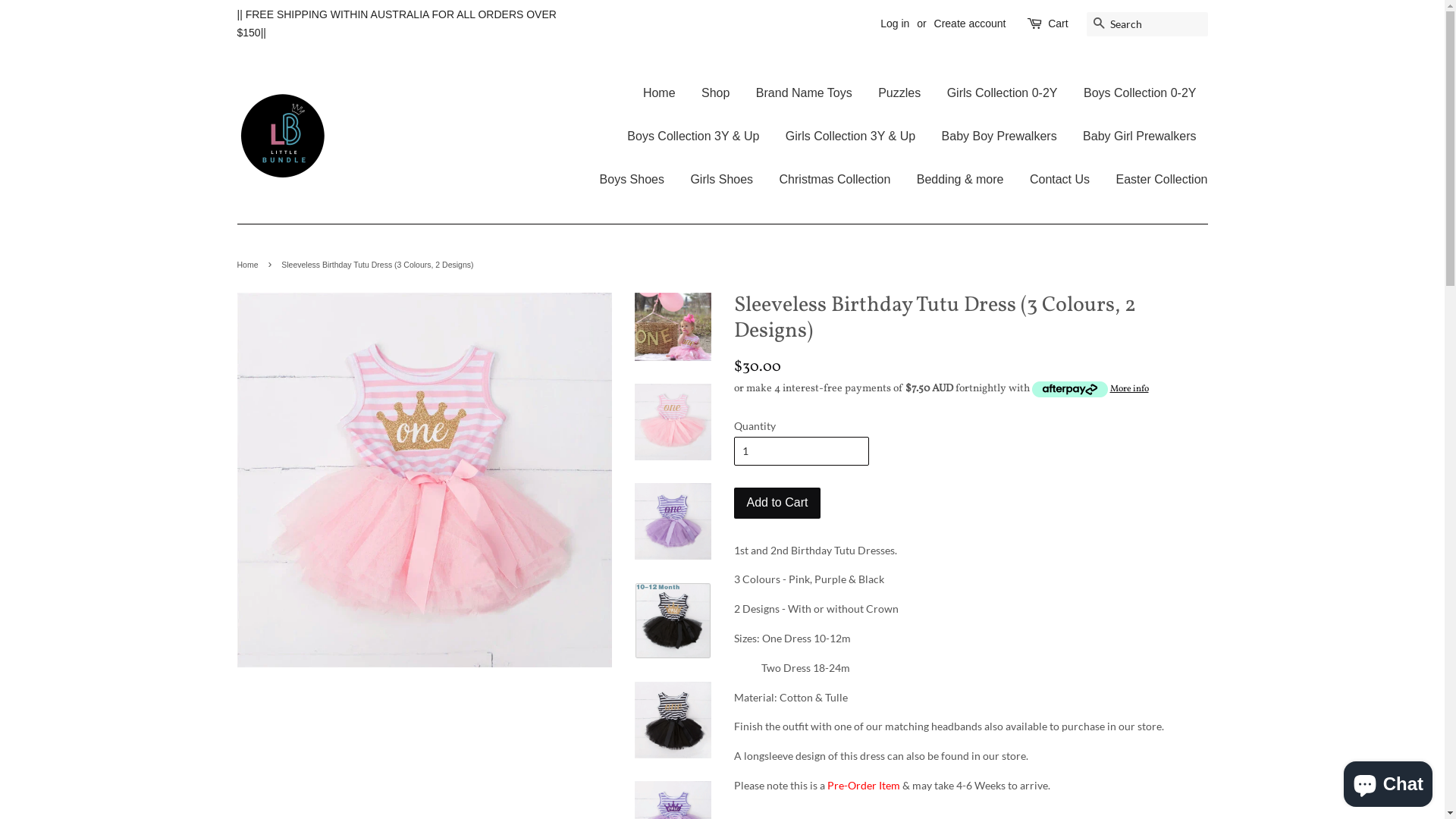 The width and height of the screenshot is (1456, 819). What do you see at coordinates (249, 263) in the screenshot?
I see `'Home'` at bounding box center [249, 263].